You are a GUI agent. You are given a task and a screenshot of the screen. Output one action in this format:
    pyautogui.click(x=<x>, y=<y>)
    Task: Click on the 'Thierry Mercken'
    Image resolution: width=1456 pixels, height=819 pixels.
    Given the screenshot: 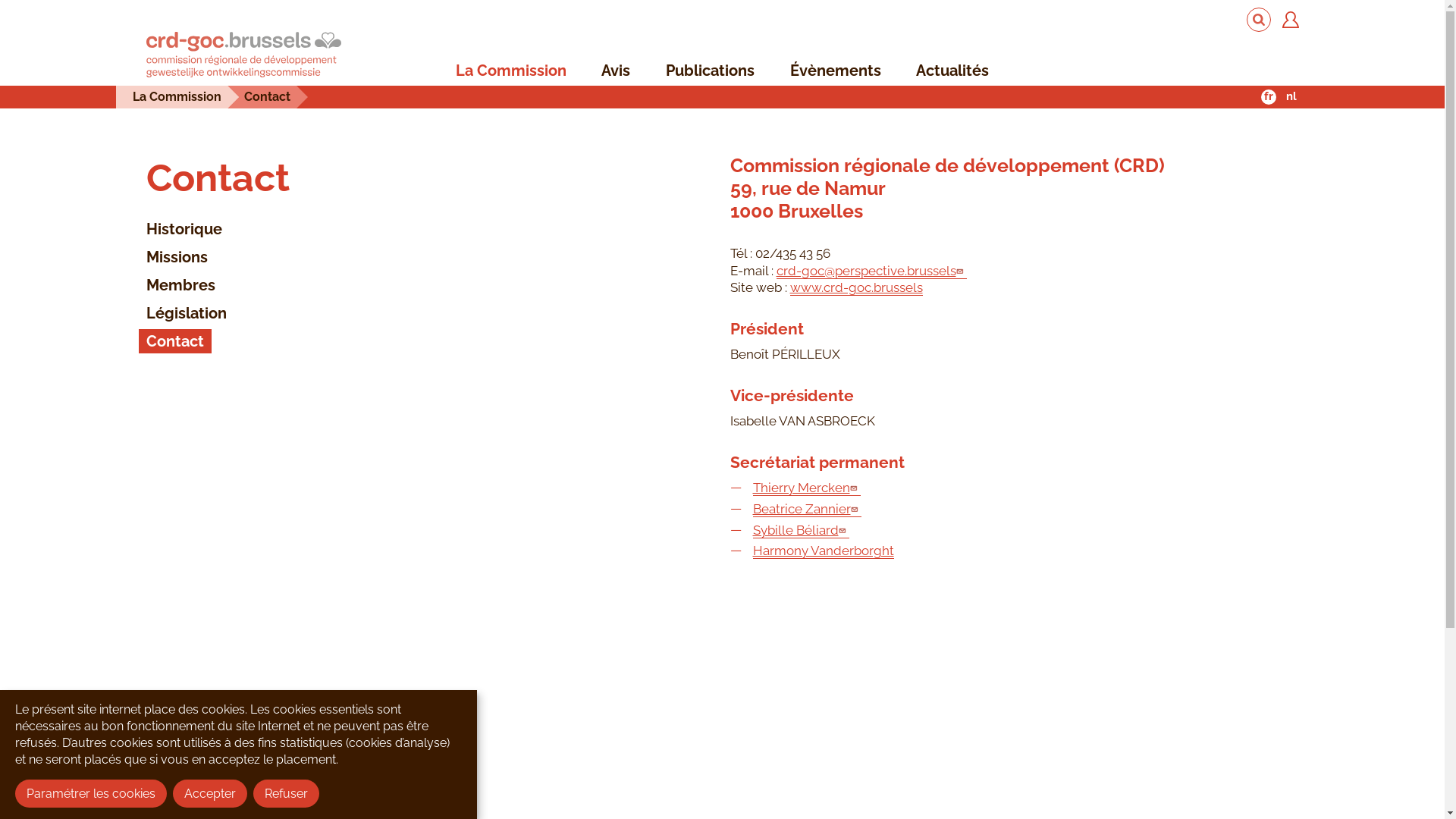 What is the action you would take?
    pyautogui.click(x=805, y=488)
    